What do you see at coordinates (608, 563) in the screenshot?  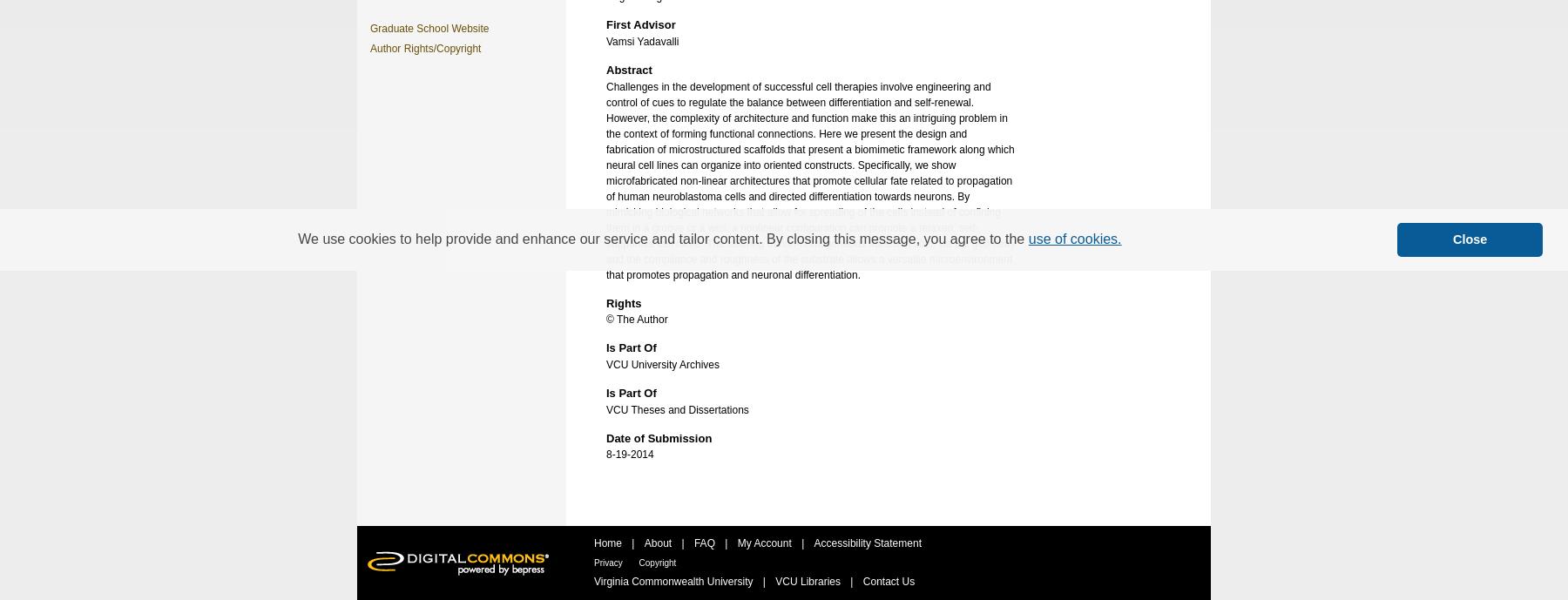 I see `'Privacy'` at bounding box center [608, 563].